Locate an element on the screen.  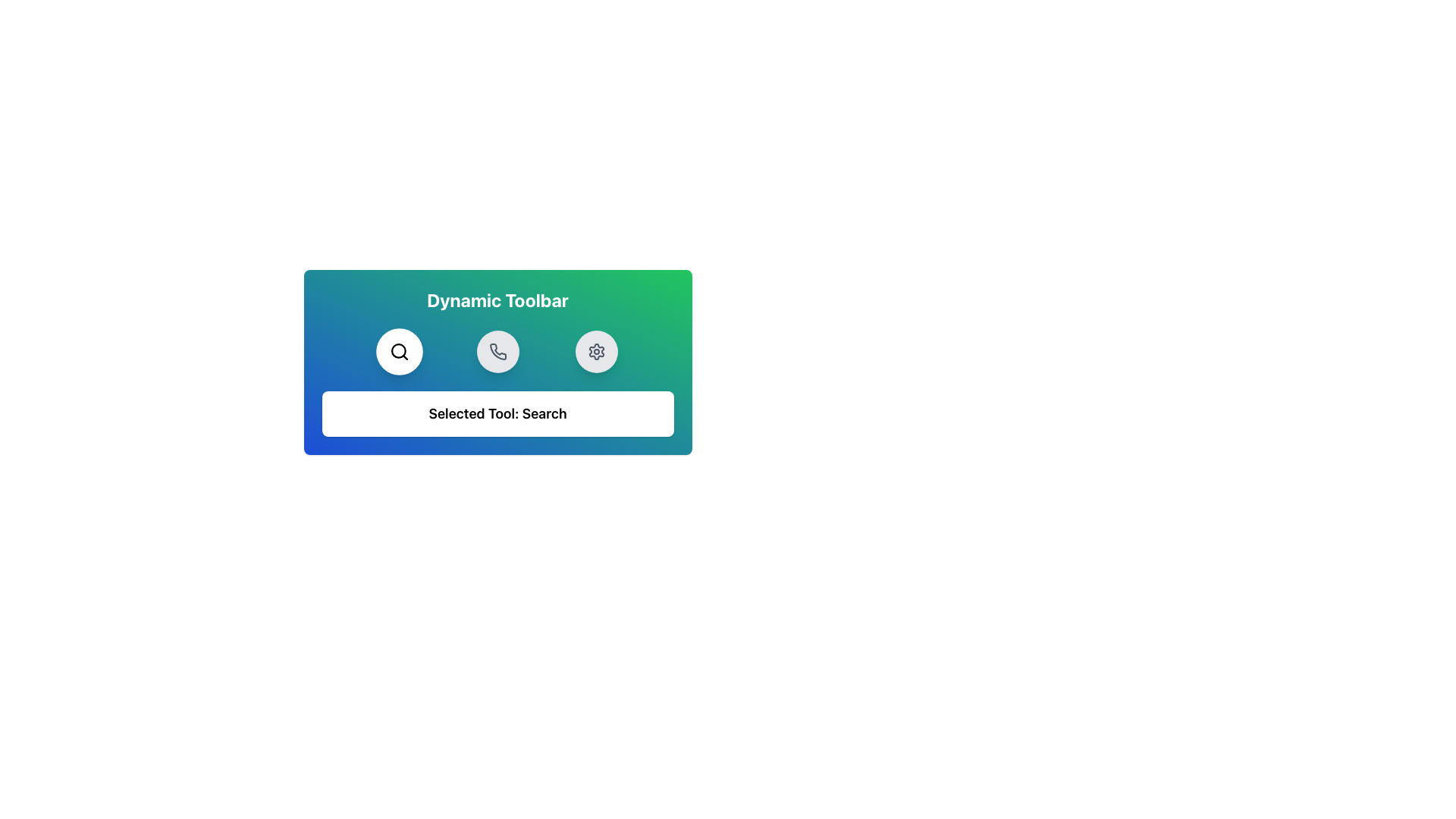
the circular button with a light gray fill and a phone receiver icon, located is located at coordinates (497, 351).